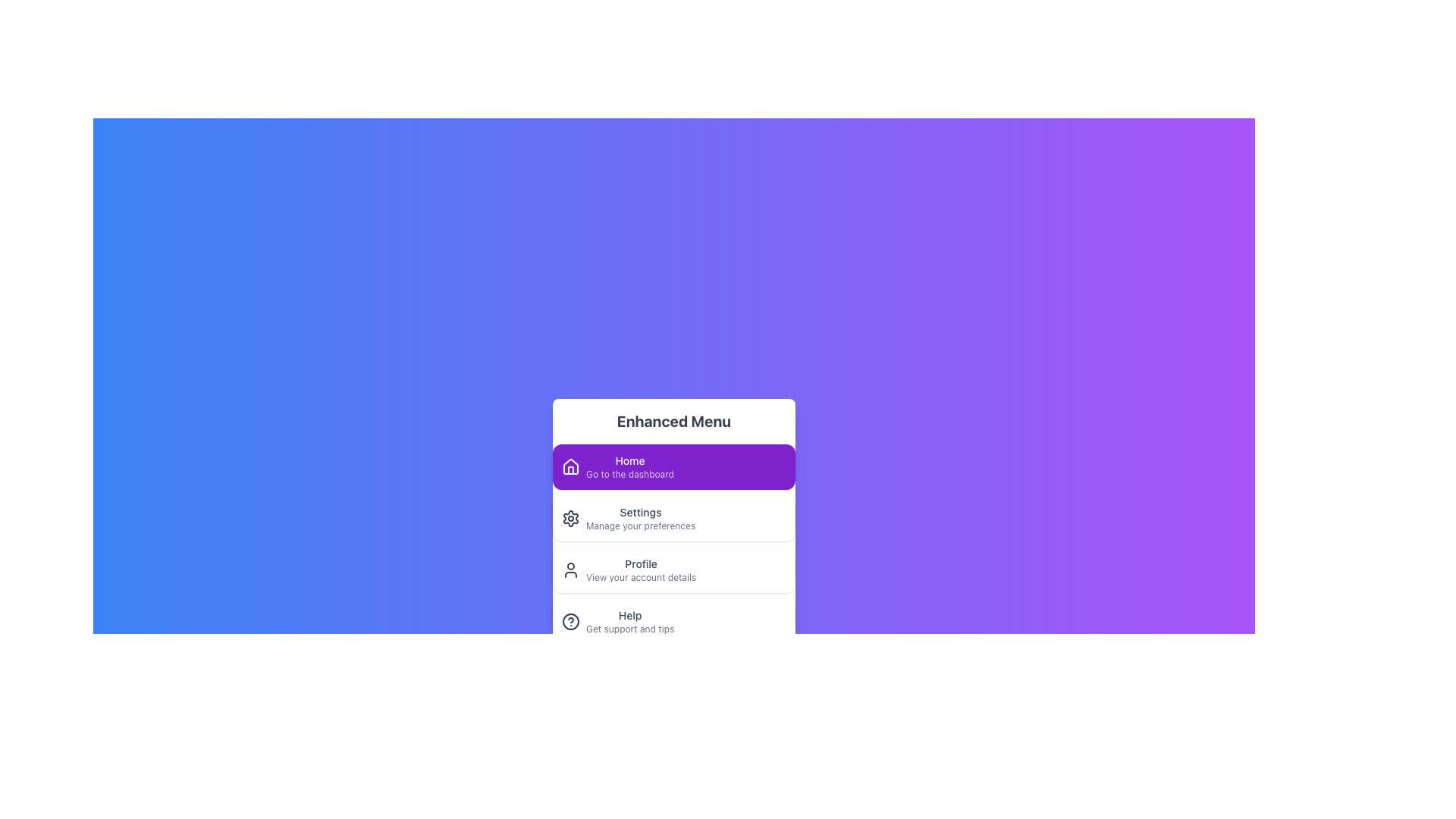  Describe the element at coordinates (570, 517) in the screenshot. I see `the cogwheel icon located in the settings section of the menu` at that location.